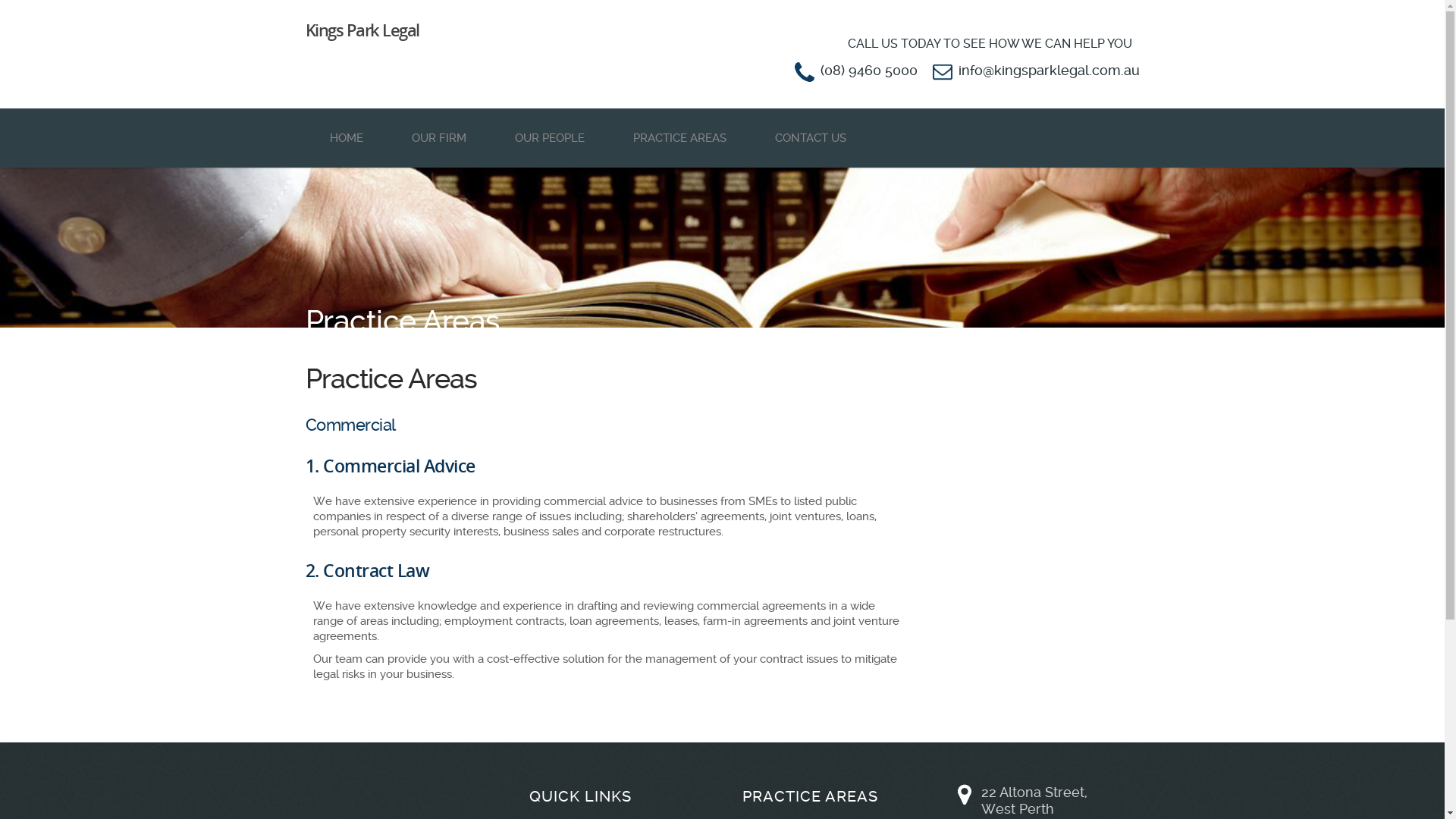  I want to click on 'OUR PEOPLE', so click(490, 137).